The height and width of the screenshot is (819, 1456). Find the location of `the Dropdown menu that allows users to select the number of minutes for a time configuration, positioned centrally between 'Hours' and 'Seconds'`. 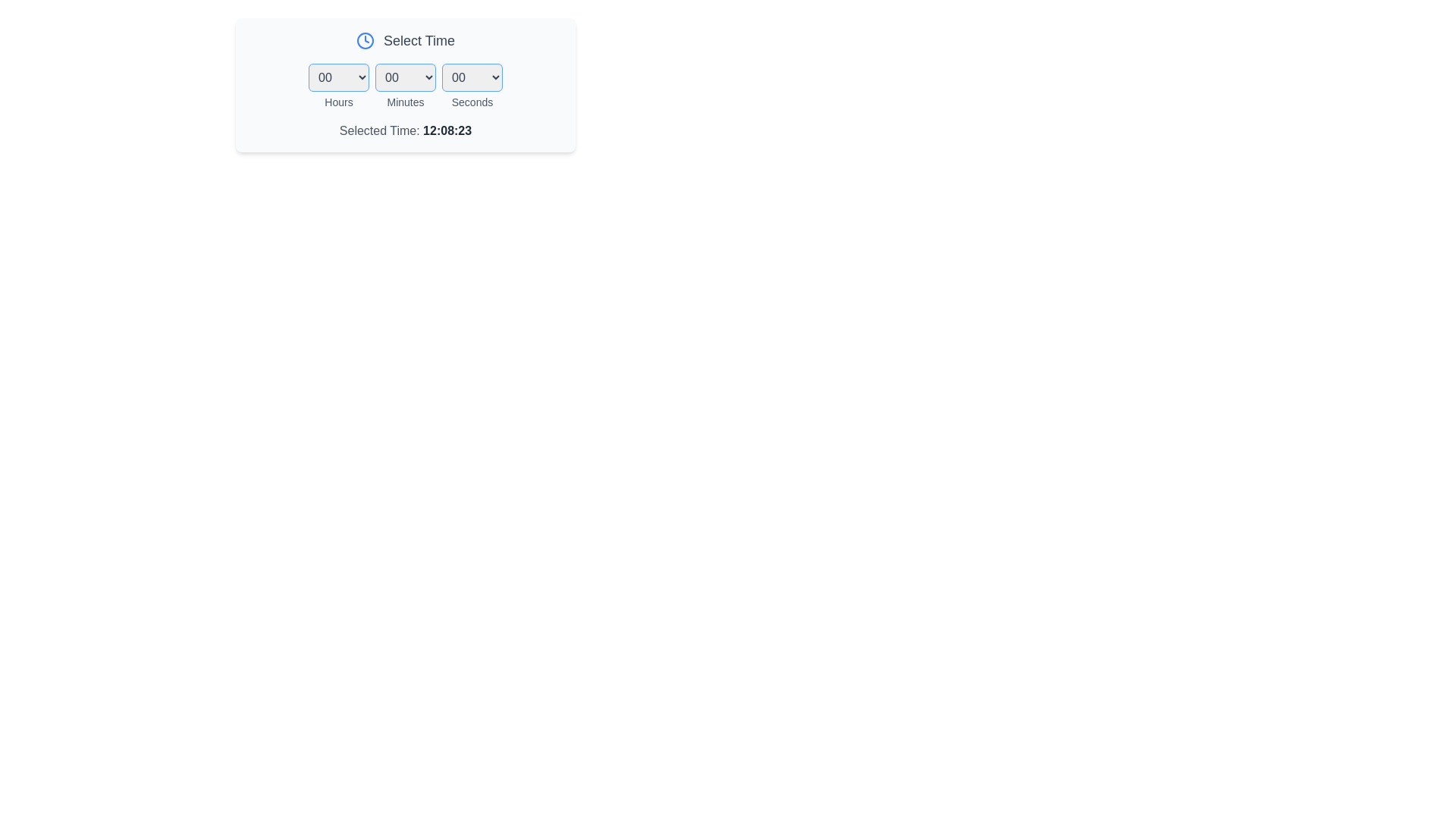

the Dropdown menu that allows users to select the number of minutes for a time configuration, positioned centrally between 'Hours' and 'Seconds' is located at coordinates (405, 77).